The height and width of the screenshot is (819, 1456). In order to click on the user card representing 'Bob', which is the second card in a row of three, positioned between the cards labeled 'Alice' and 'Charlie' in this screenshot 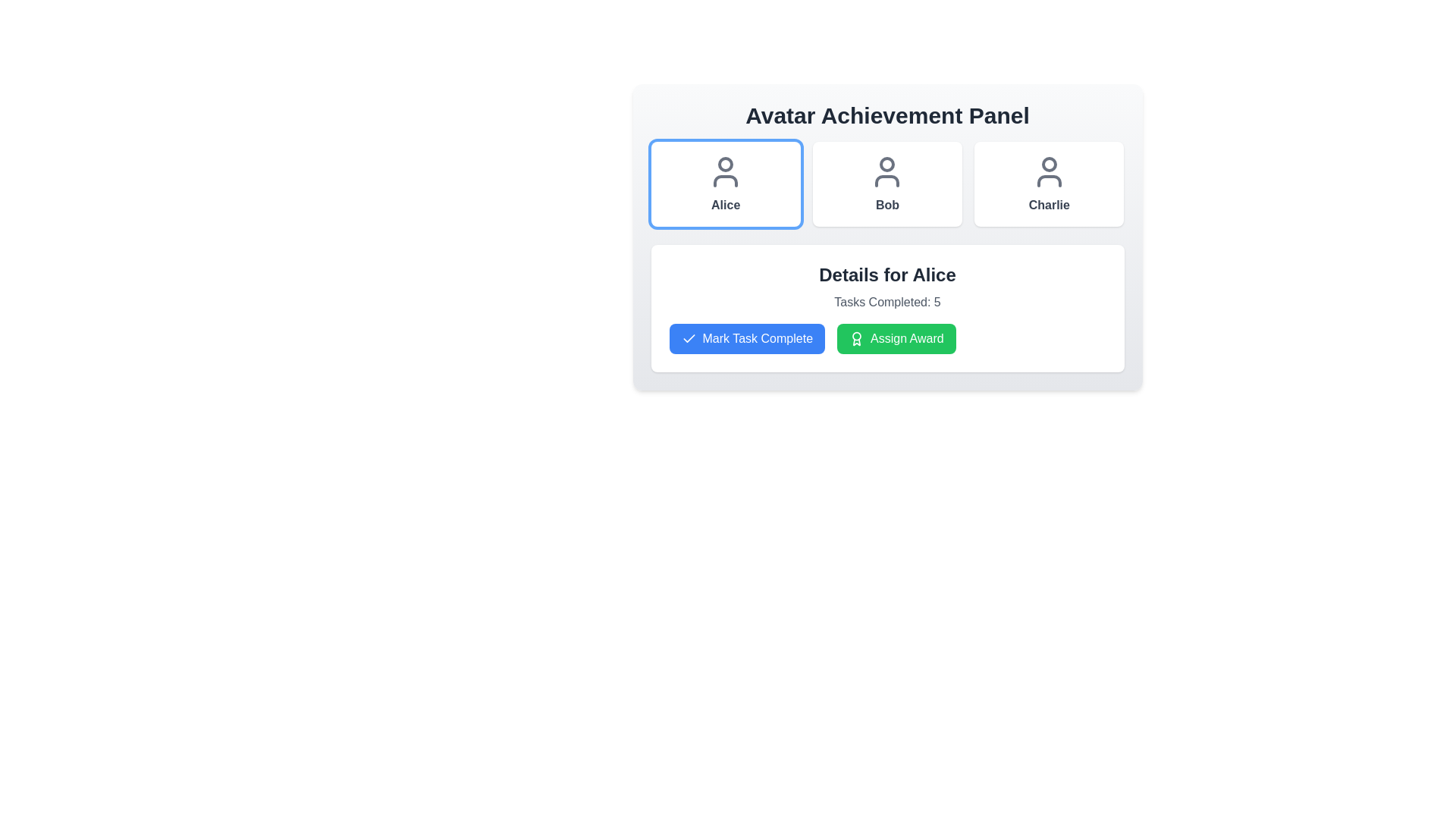, I will do `click(887, 184)`.